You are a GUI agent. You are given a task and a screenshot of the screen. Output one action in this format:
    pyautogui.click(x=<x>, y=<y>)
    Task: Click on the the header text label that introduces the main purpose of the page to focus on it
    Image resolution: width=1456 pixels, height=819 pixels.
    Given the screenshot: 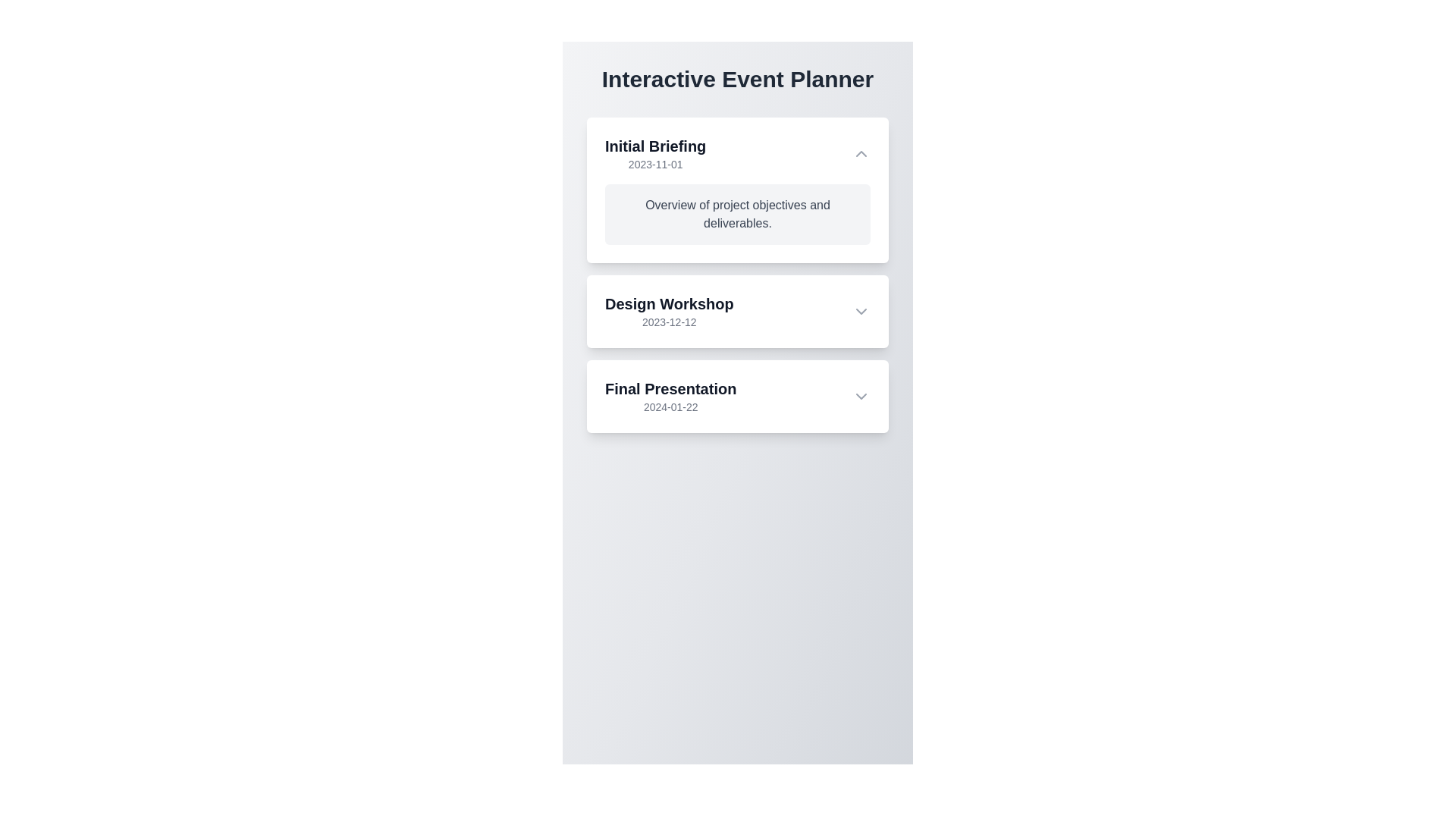 What is the action you would take?
    pyautogui.click(x=738, y=79)
    